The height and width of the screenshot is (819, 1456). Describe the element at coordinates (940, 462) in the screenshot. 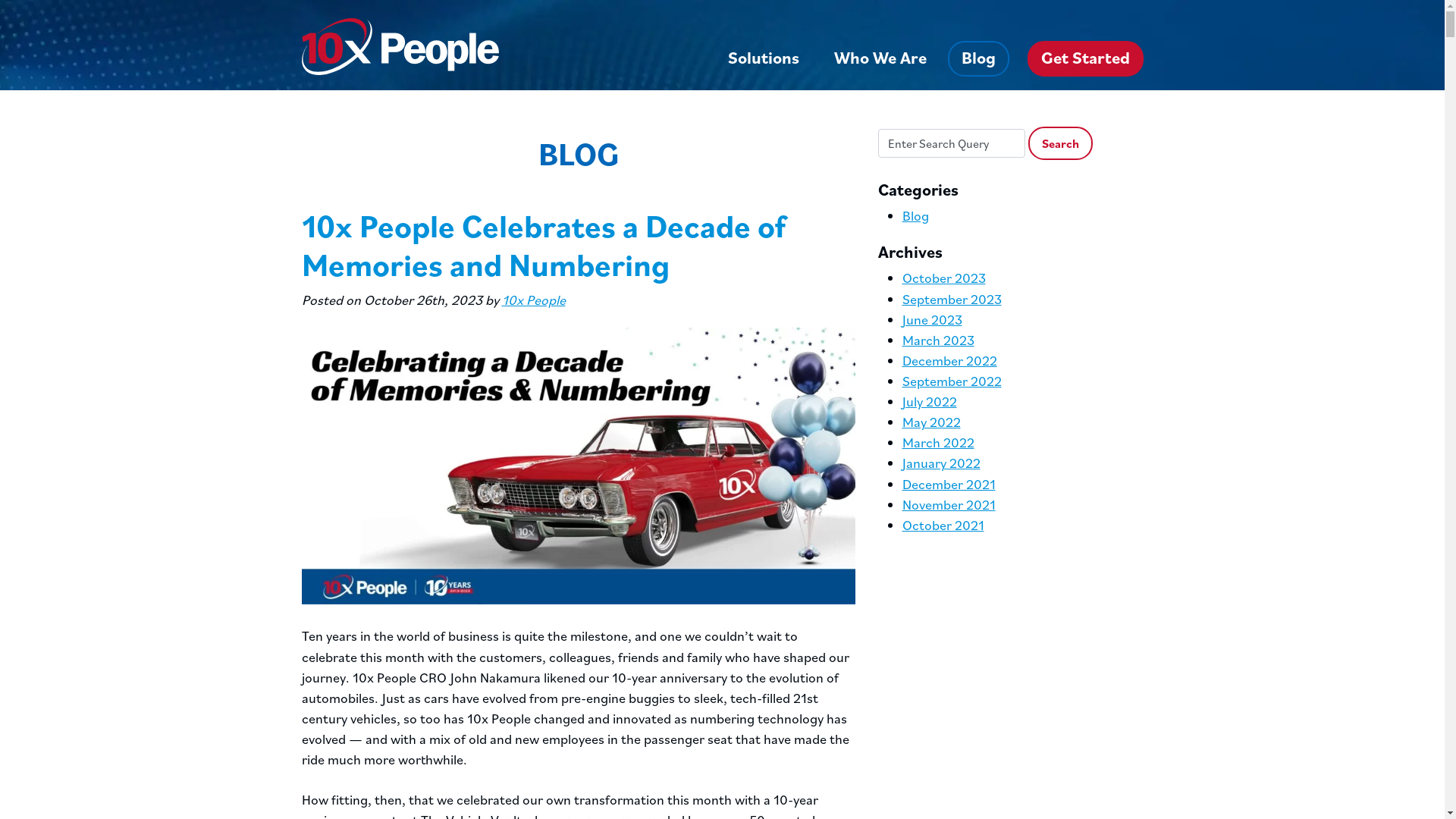

I see `'January 2022'` at that location.